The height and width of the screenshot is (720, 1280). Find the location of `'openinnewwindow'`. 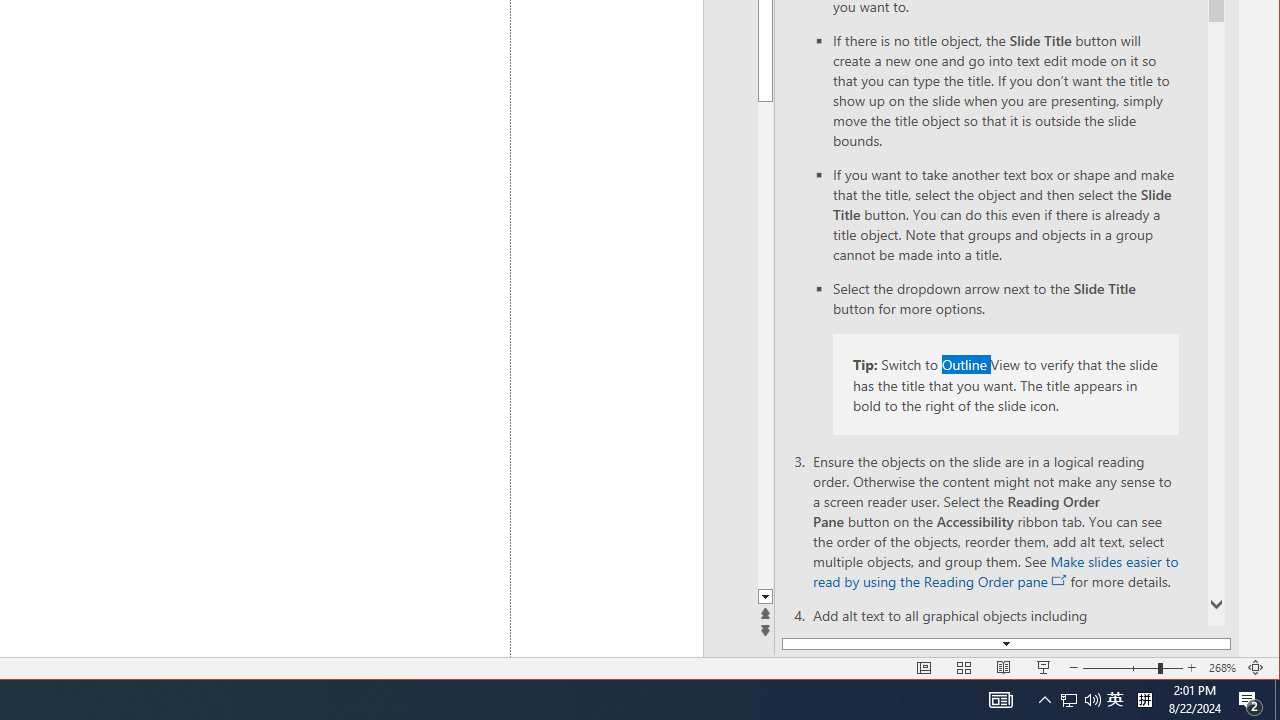

'openinnewwindow' is located at coordinates (1058, 581).